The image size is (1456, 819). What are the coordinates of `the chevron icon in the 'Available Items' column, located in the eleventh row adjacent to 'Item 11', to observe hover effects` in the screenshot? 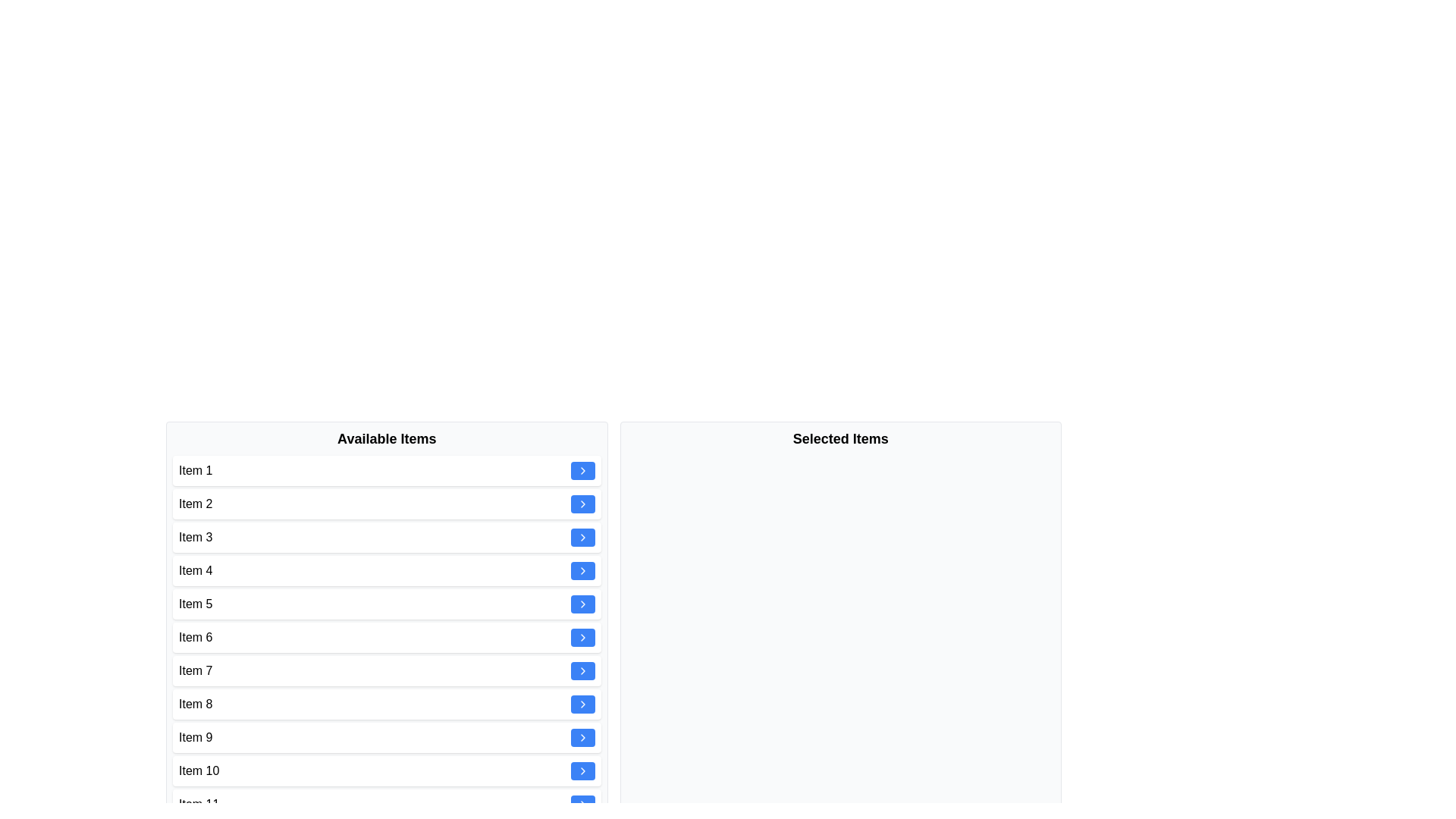 It's located at (582, 504).